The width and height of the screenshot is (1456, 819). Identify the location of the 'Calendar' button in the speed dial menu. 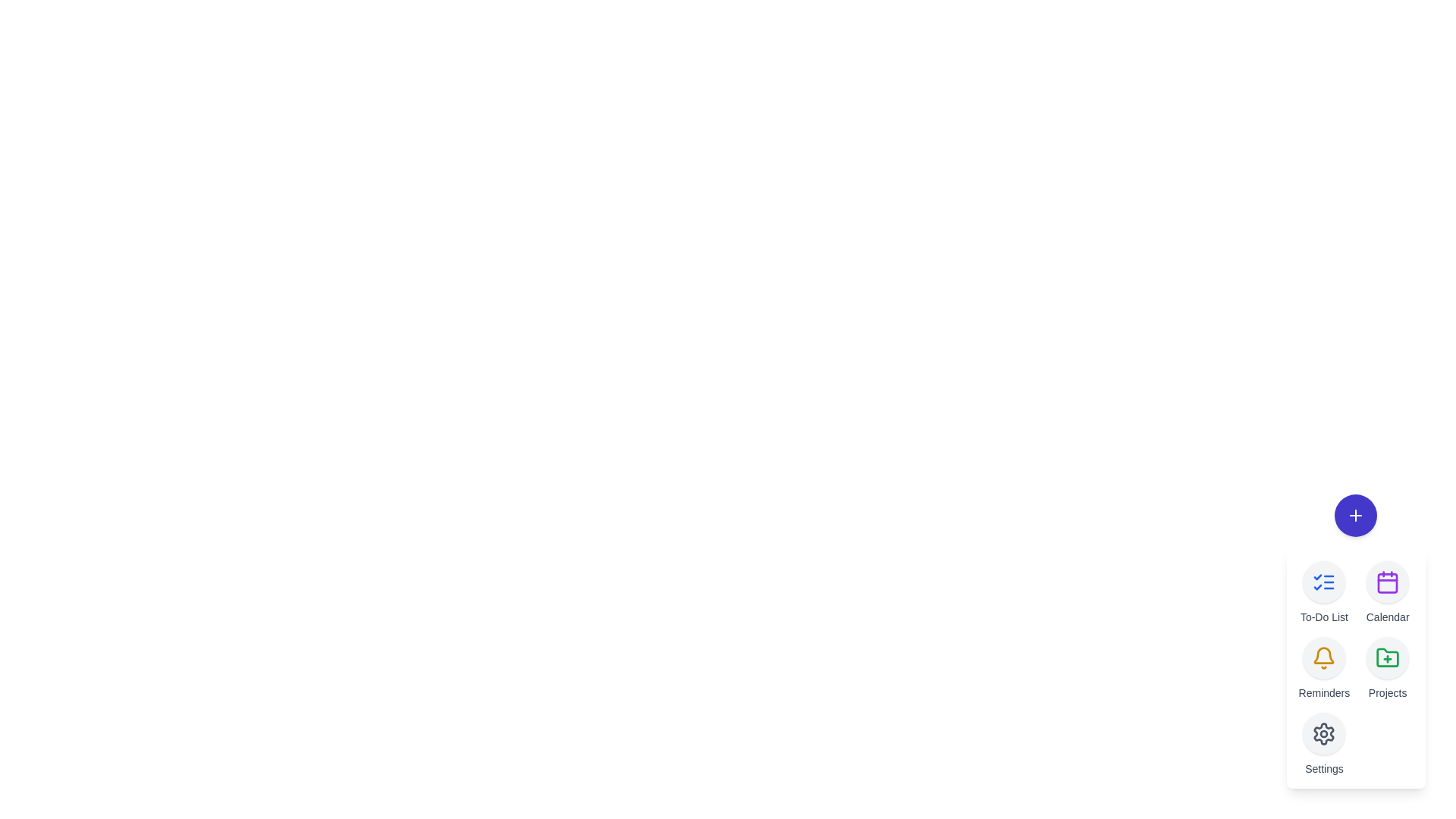
(1387, 581).